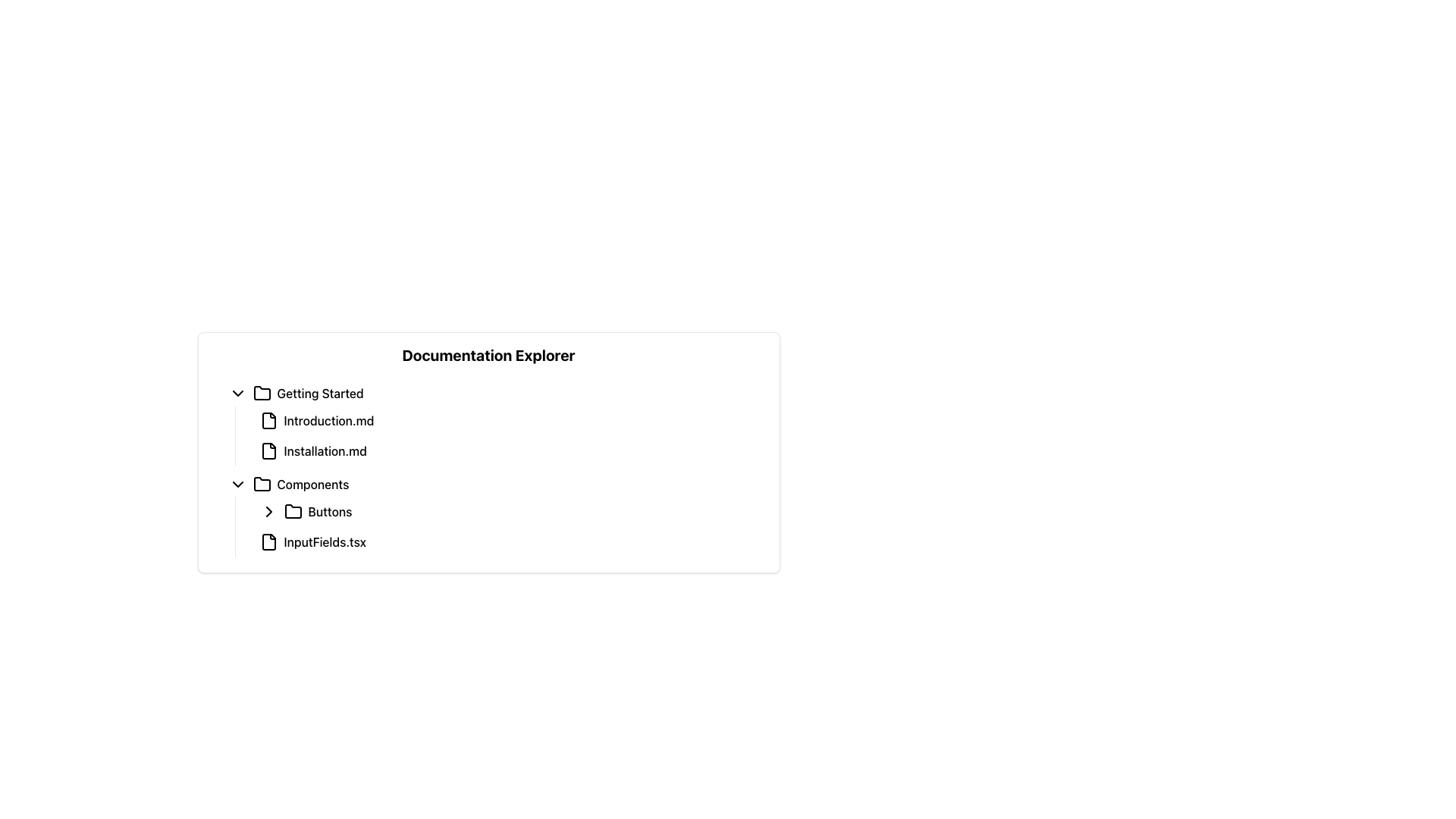 This screenshot has width=1456, height=819. I want to click on the file entry named 'InputFields.tsx' in the 'Components > Buttons' section of the Documentation Explorer, so click(312, 541).